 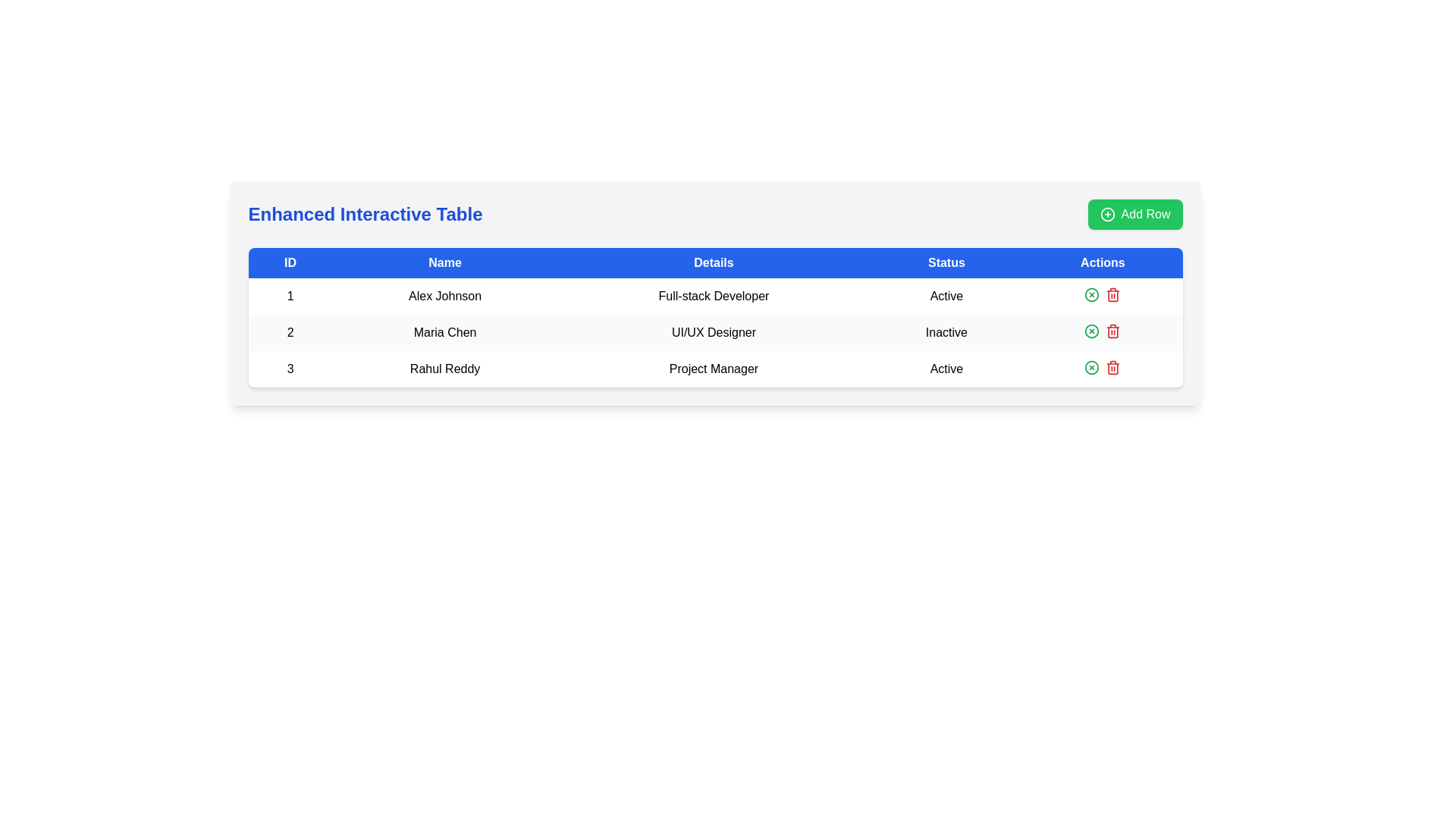 What do you see at coordinates (444, 296) in the screenshot?
I see `the text label displaying the name of the individual in the second column of the first row in the table` at bounding box center [444, 296].